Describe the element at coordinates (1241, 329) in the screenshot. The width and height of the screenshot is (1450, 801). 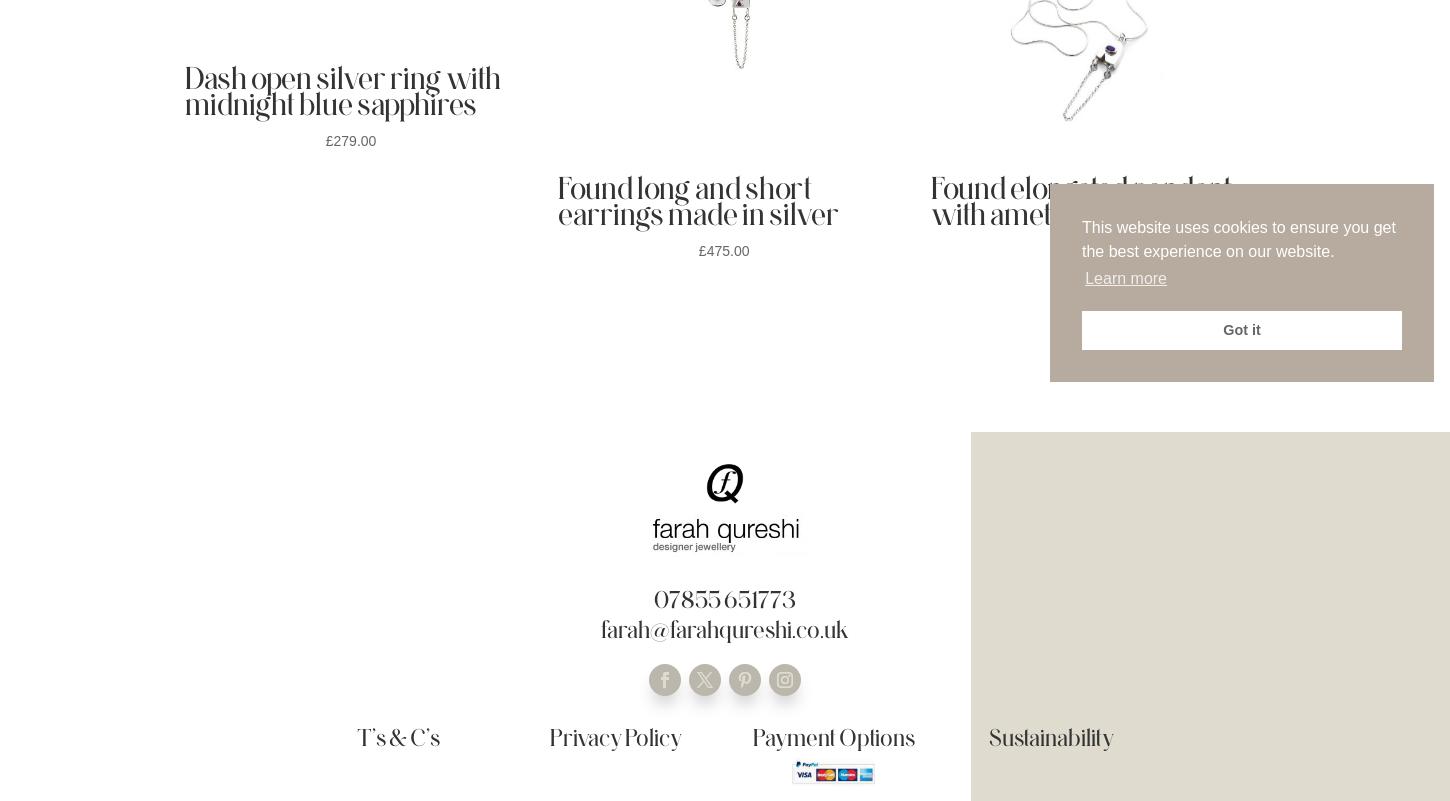
I see `'Got it'` at that location.